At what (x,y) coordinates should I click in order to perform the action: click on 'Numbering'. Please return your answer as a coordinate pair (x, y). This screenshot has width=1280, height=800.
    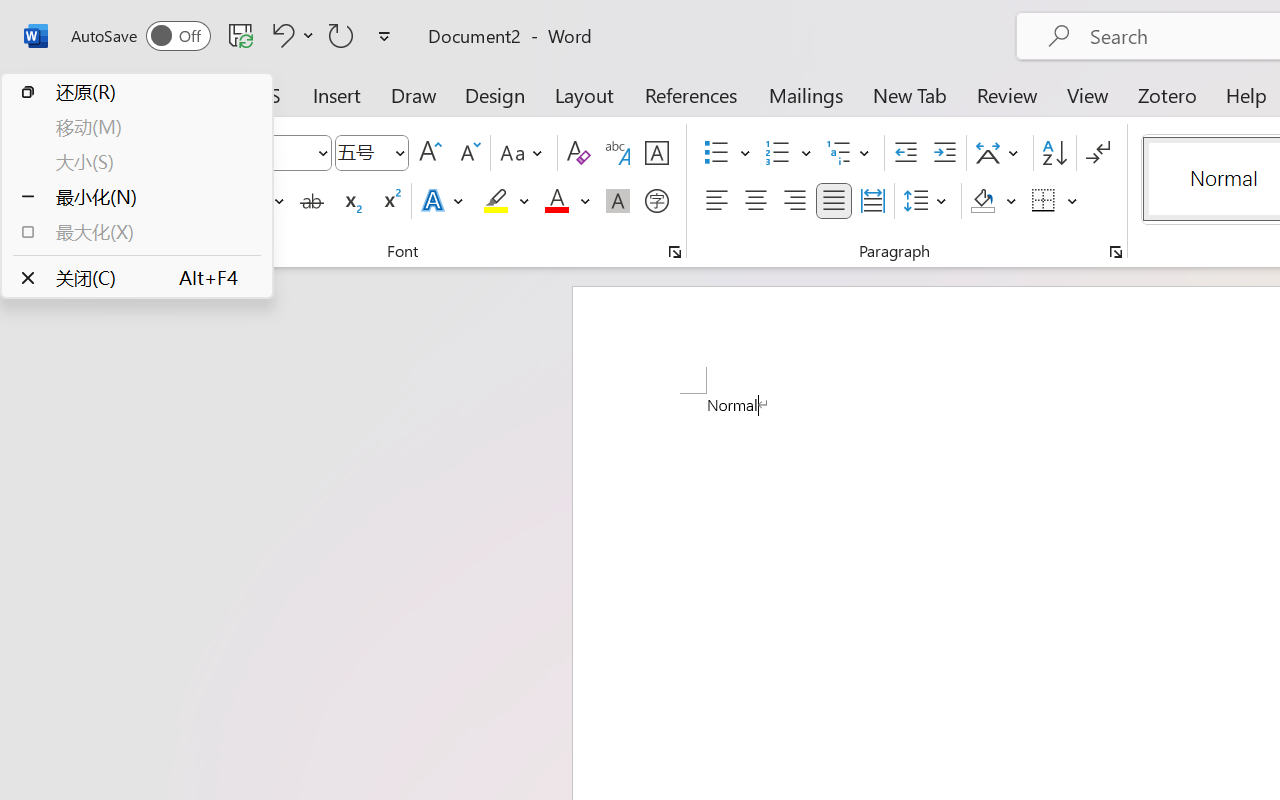
    Looking at the image, I should click on (788, 153).